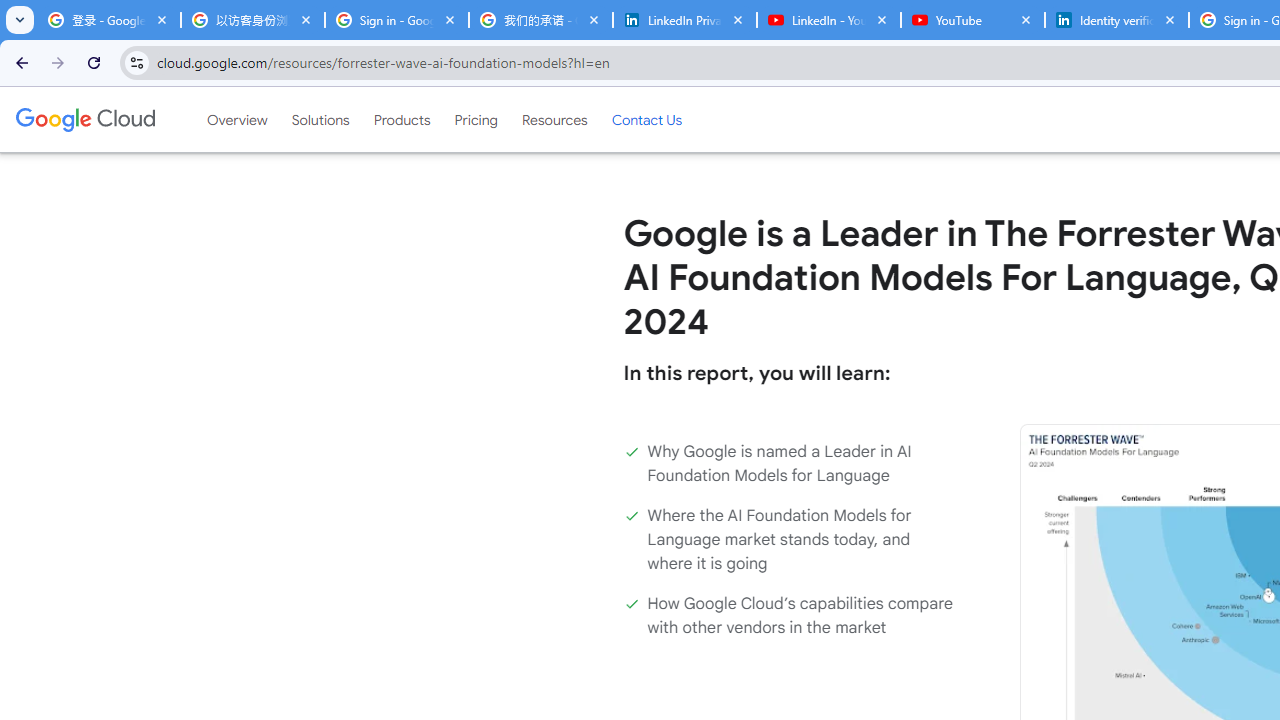  I want to click on 'Products', so click(400, 119).